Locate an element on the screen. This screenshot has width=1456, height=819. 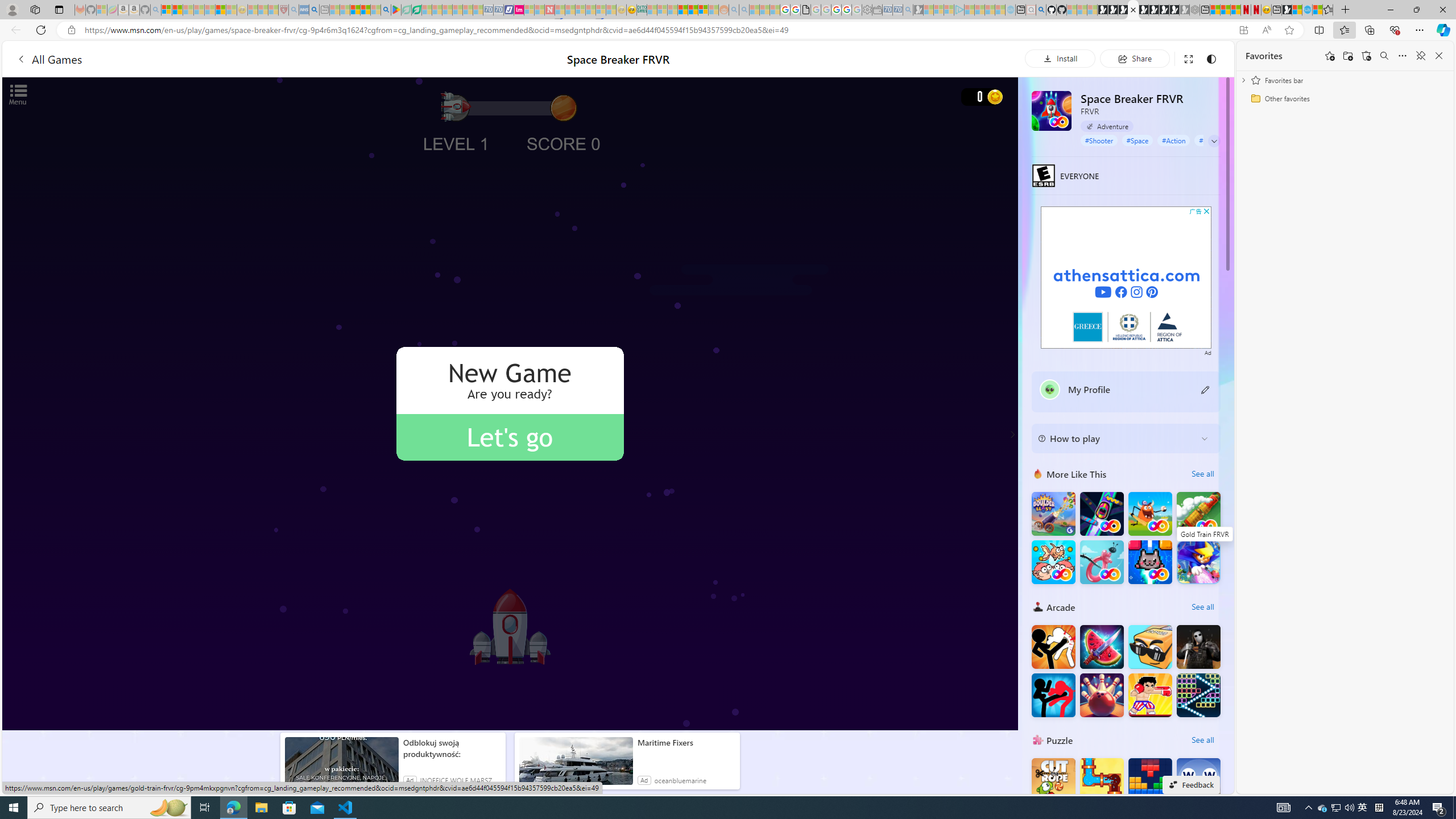
'github - Search' is located at coordinates (1041, 9).